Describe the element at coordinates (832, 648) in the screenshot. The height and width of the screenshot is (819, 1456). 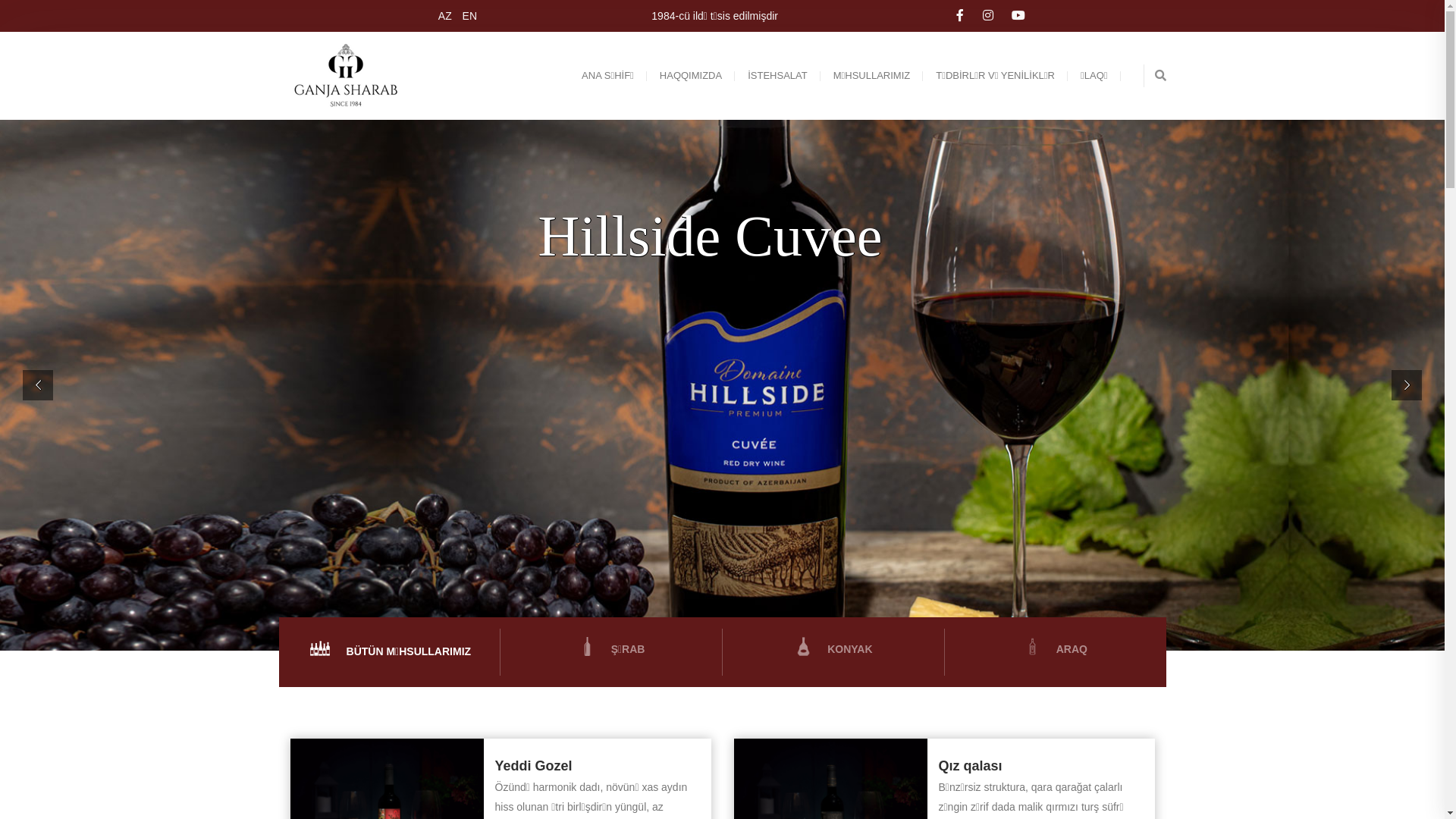
I see `'KONYAK'` at that location.